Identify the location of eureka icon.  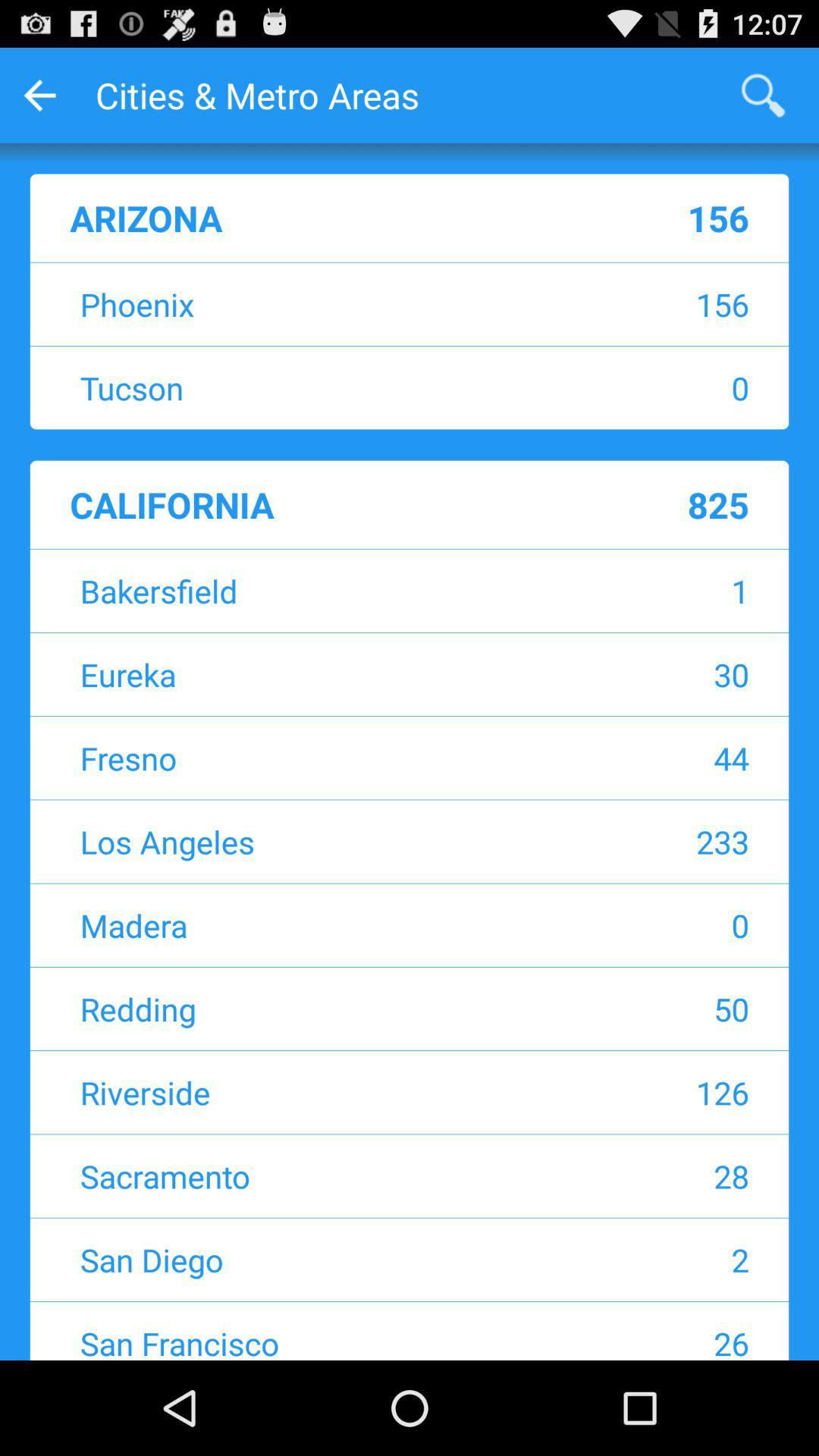
(314, 673).